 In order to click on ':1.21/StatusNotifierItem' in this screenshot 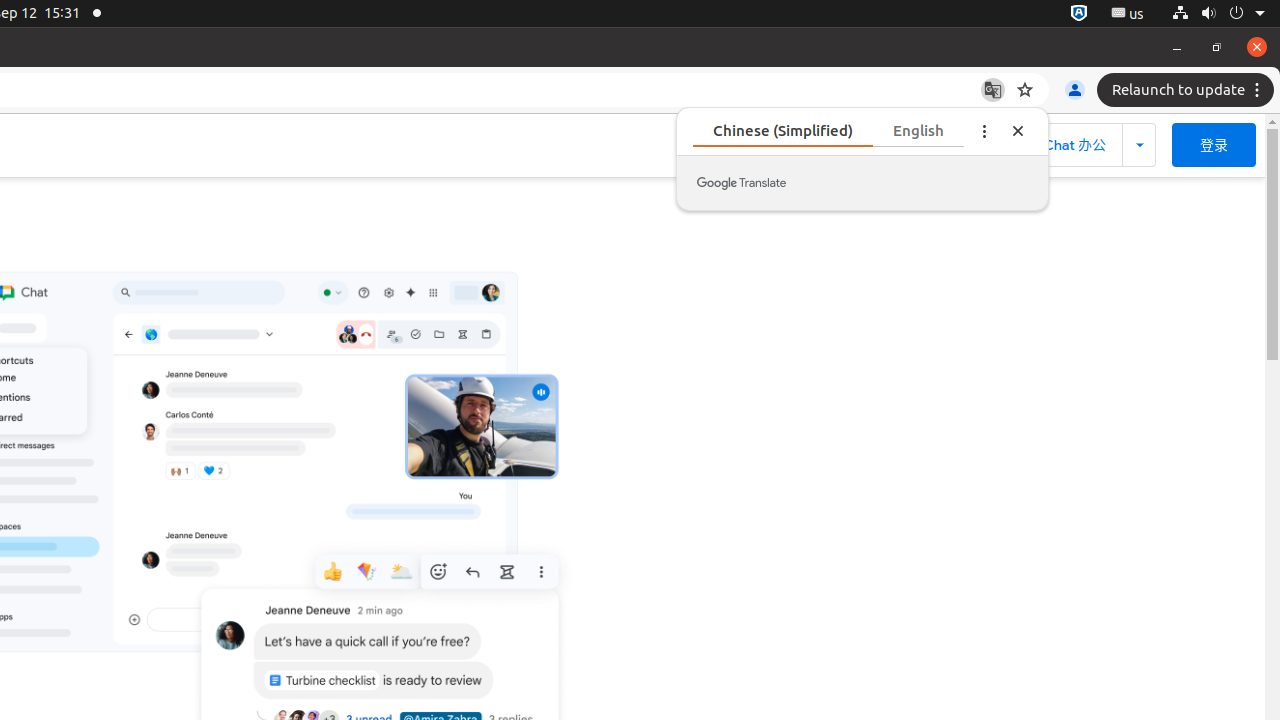, I will do `click(1127, 13)`.